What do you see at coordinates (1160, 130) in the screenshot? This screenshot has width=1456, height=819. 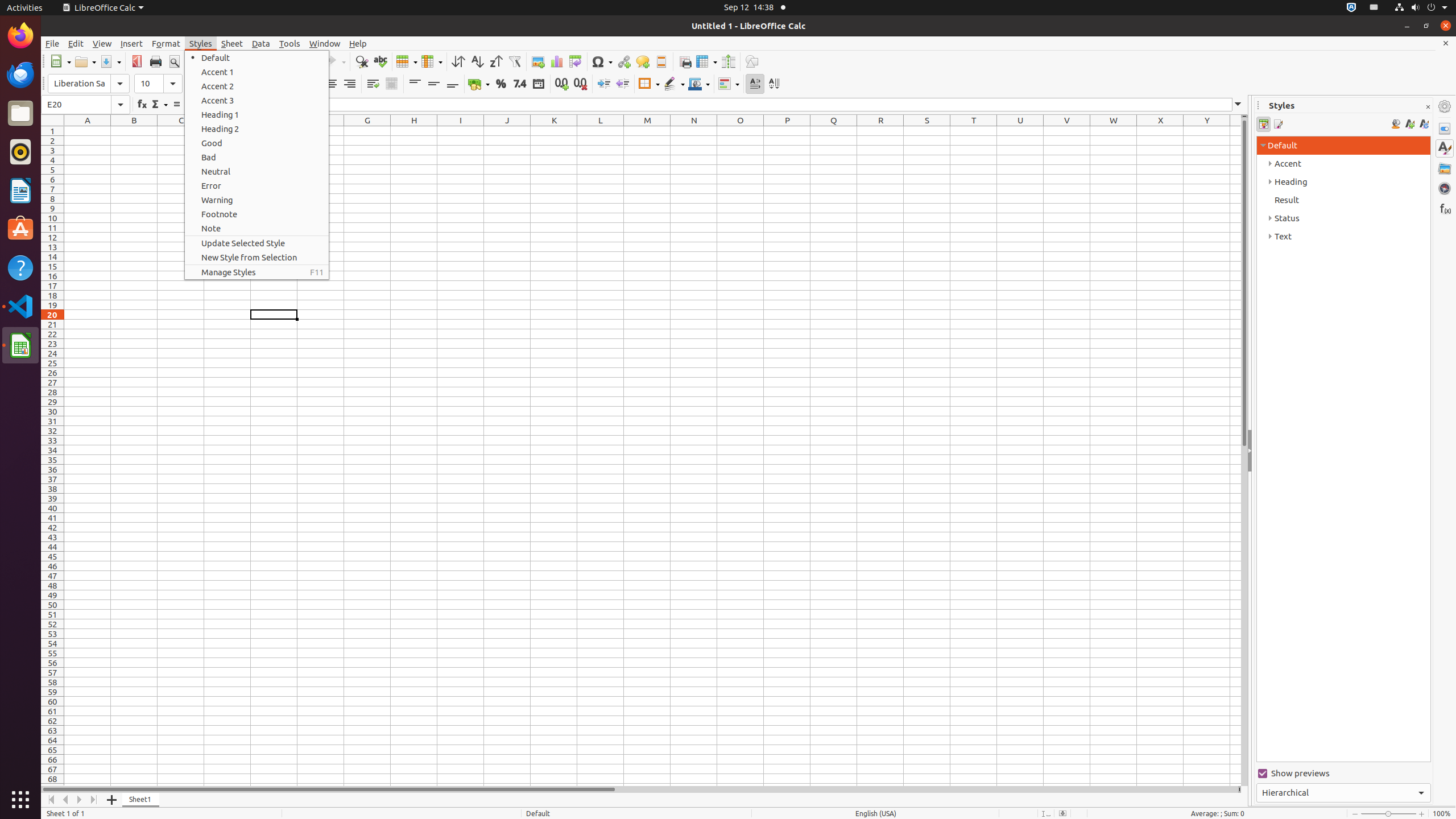 I see `'X1'` at bounding box center [1160, 130].